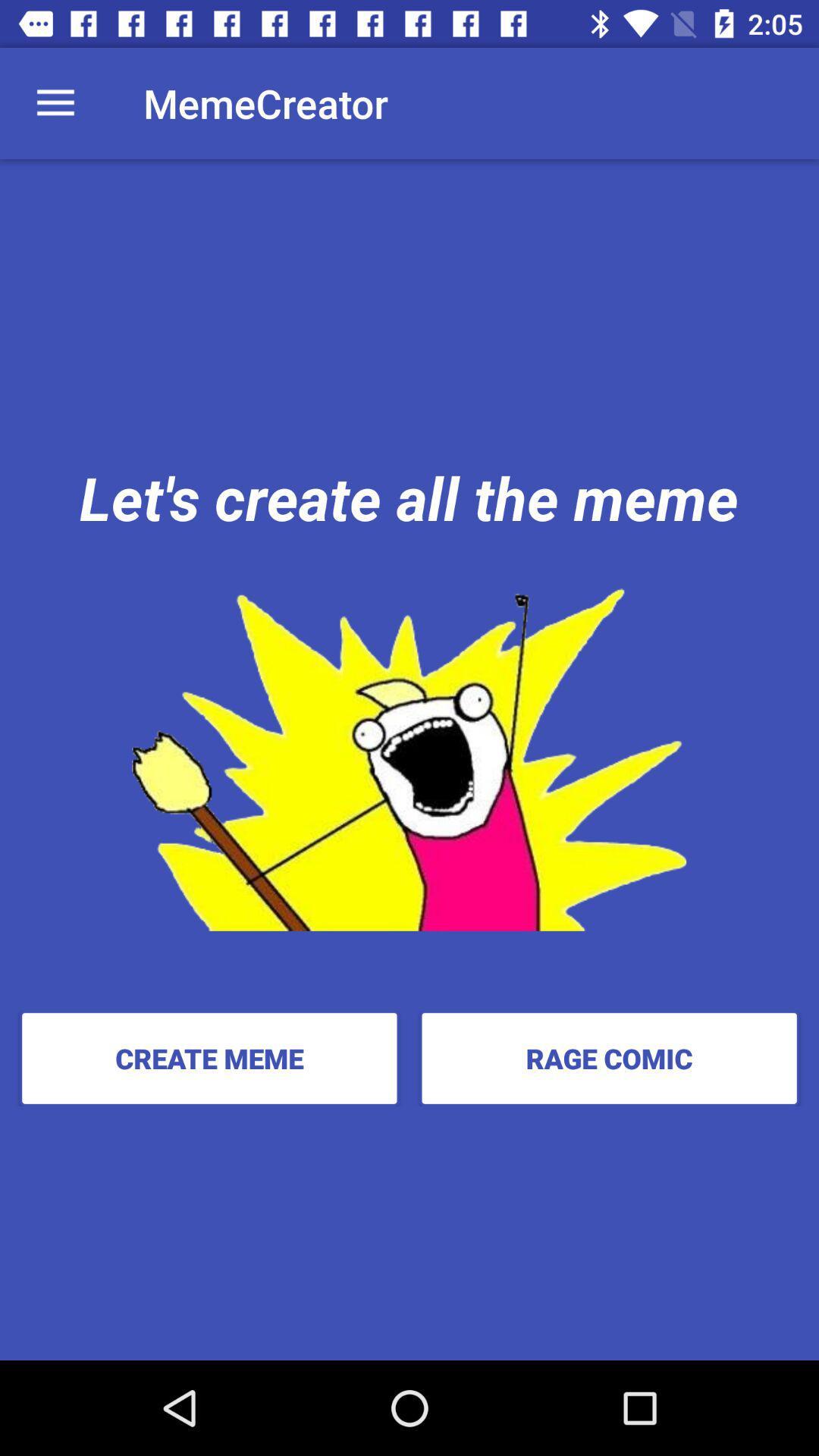 This screenshot has width=819, height=1456. What do you see at coordinates (608, 1057) in the screenshot?
I see `item to the right of the create meme icon` at bounding box center [608, 1057].